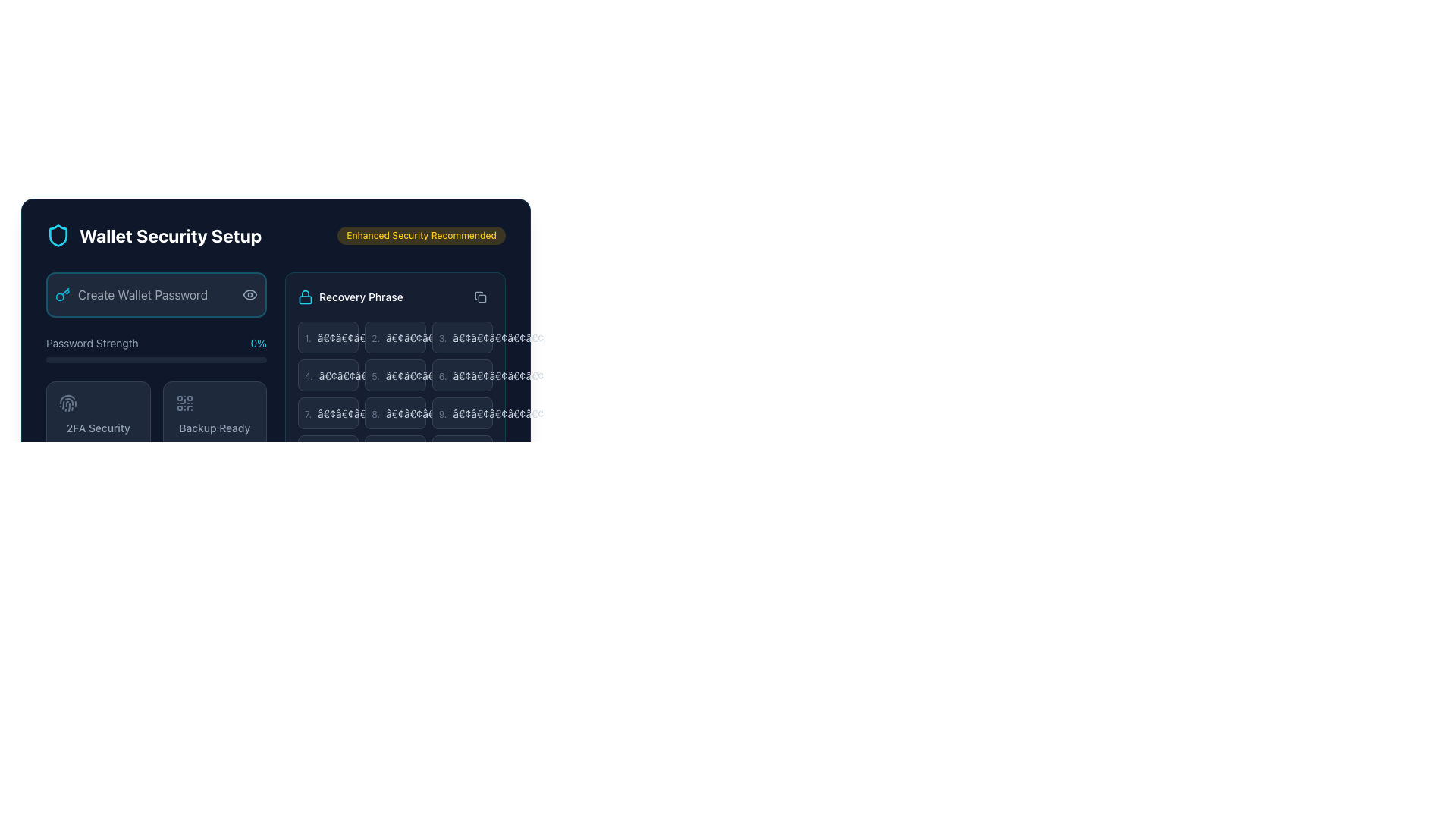 The height and width of the screenshot is (819, 1456). What do you see at coordinates (375, 337) in the screenshot?
I see `the text label displaying the numeral '2.' in light slate color, which is positioned within a card-like structure under the 'Recovery Phrase' header` at bounding box center [375, 337].